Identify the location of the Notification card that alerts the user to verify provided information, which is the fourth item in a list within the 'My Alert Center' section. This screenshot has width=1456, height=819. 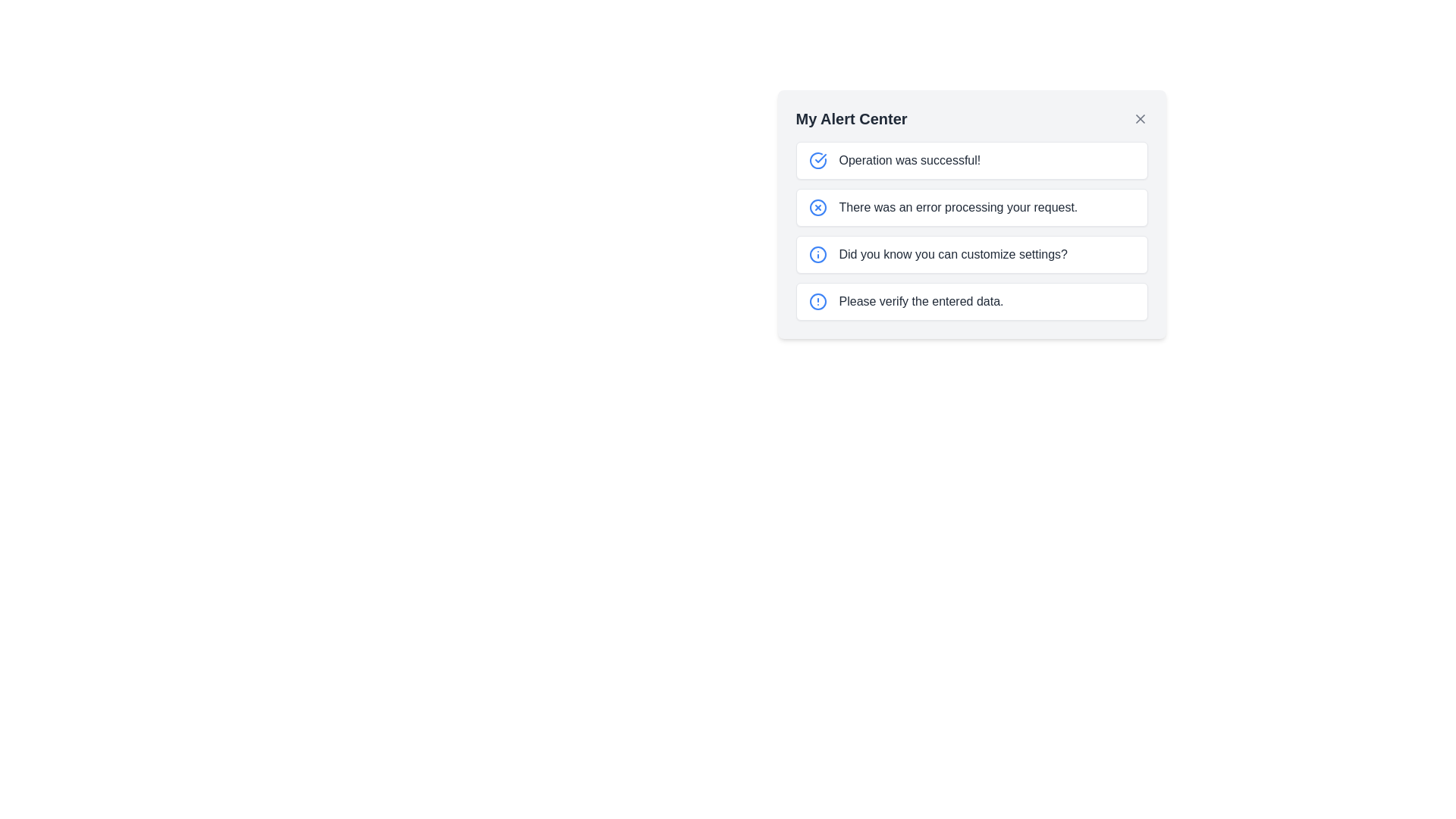
(971, 301).